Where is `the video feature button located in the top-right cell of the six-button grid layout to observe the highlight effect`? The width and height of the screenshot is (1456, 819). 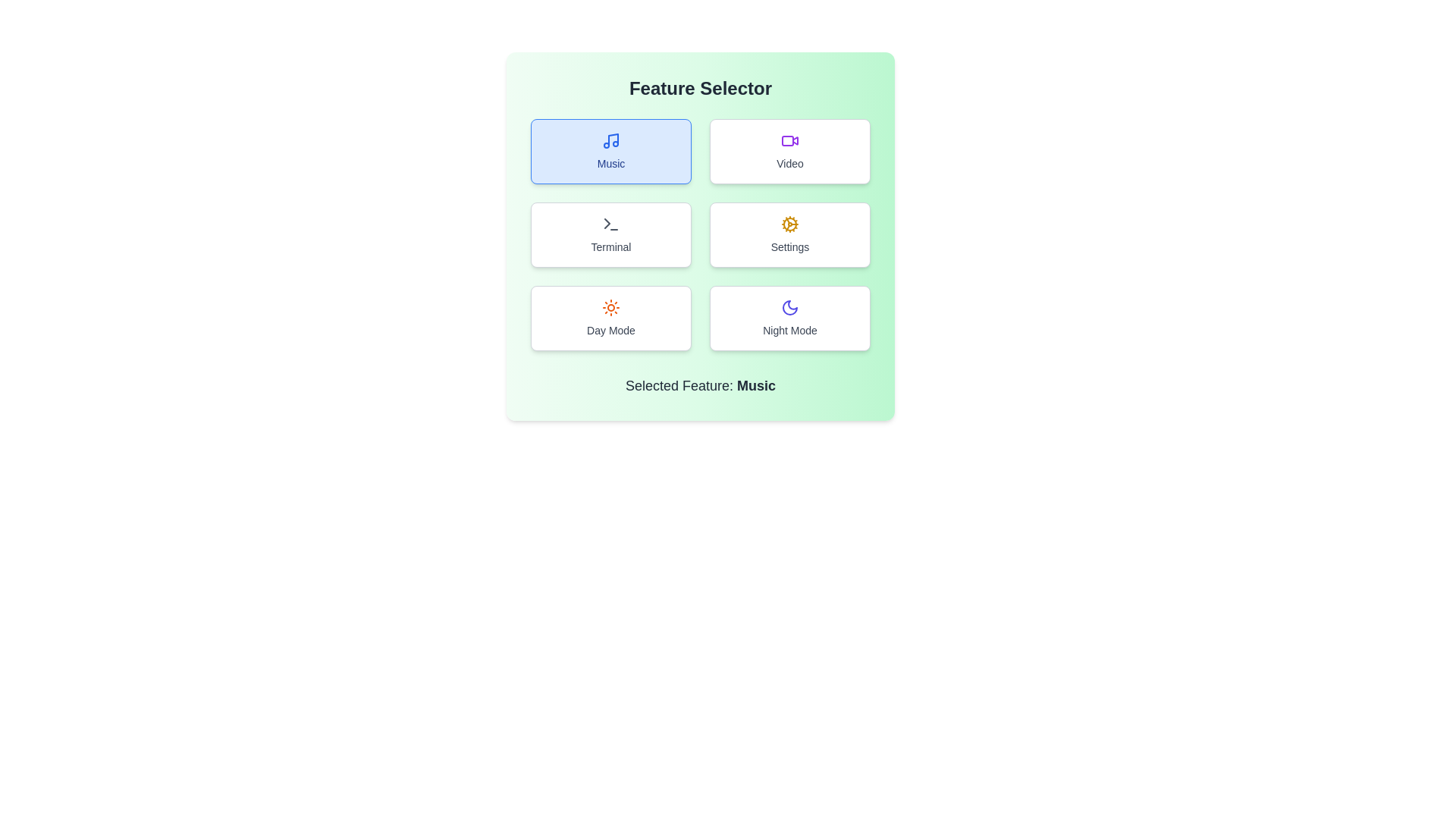 the video feature button located in the top-right cell of the six-button grid layout to observe the highlight effect is located at coordinates (789, 152).